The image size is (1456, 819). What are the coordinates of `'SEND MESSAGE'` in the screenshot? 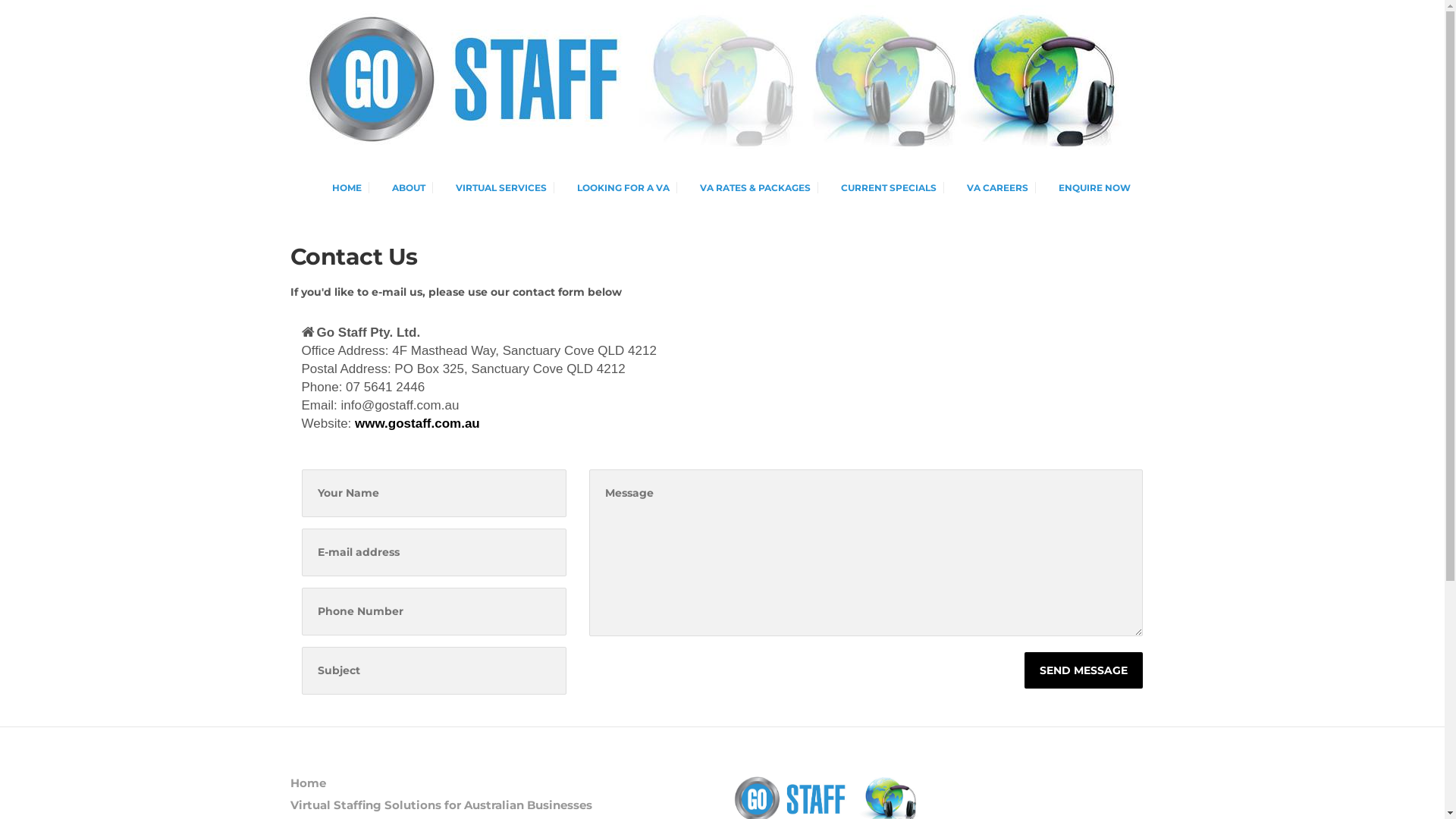 It's located at (1083, 669).